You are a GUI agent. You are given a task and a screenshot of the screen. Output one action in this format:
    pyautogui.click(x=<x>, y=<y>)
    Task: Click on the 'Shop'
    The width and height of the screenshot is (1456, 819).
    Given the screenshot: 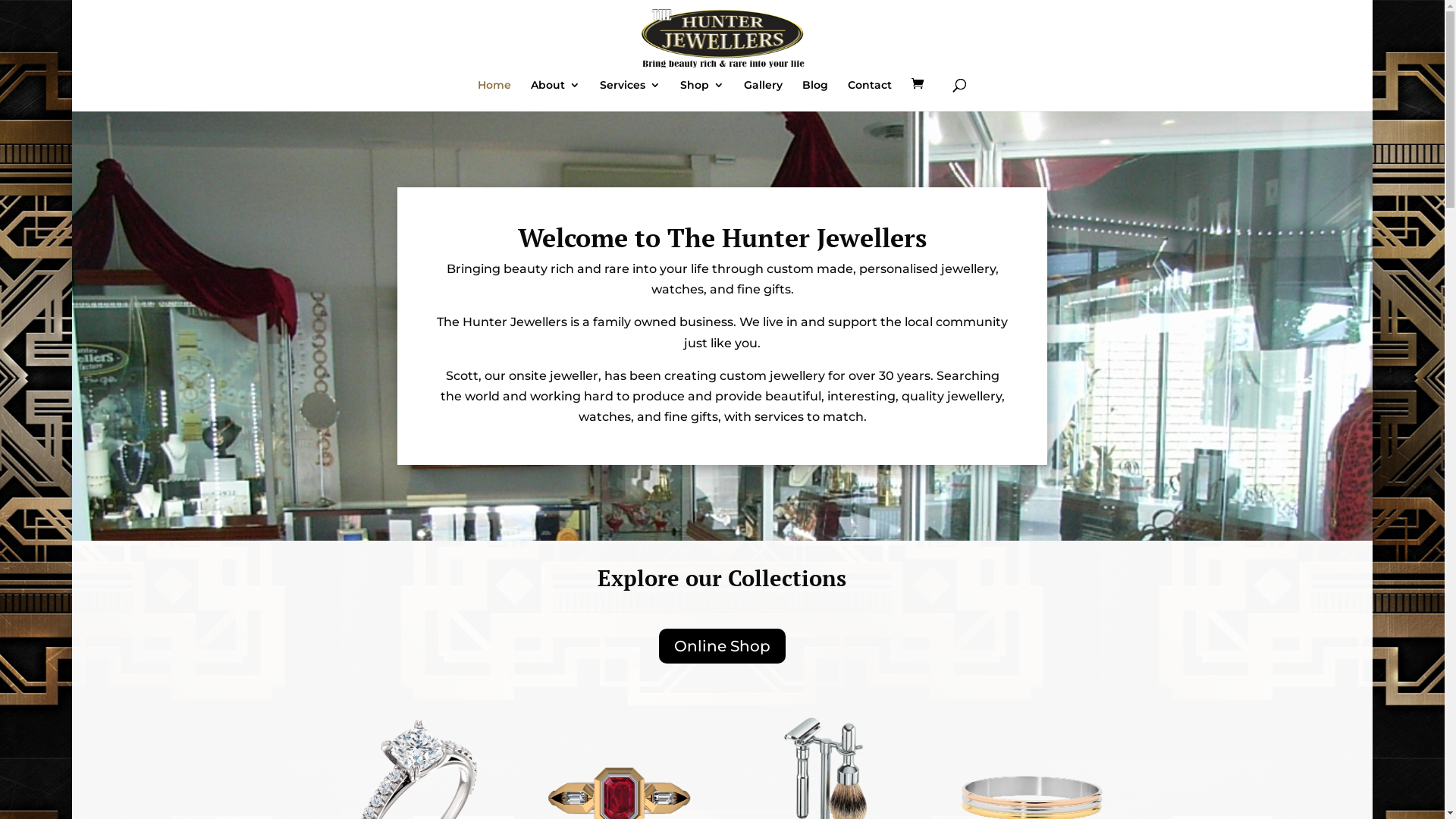 What is the action you would take?
    pyautogui.click(x=701, y=96)
    